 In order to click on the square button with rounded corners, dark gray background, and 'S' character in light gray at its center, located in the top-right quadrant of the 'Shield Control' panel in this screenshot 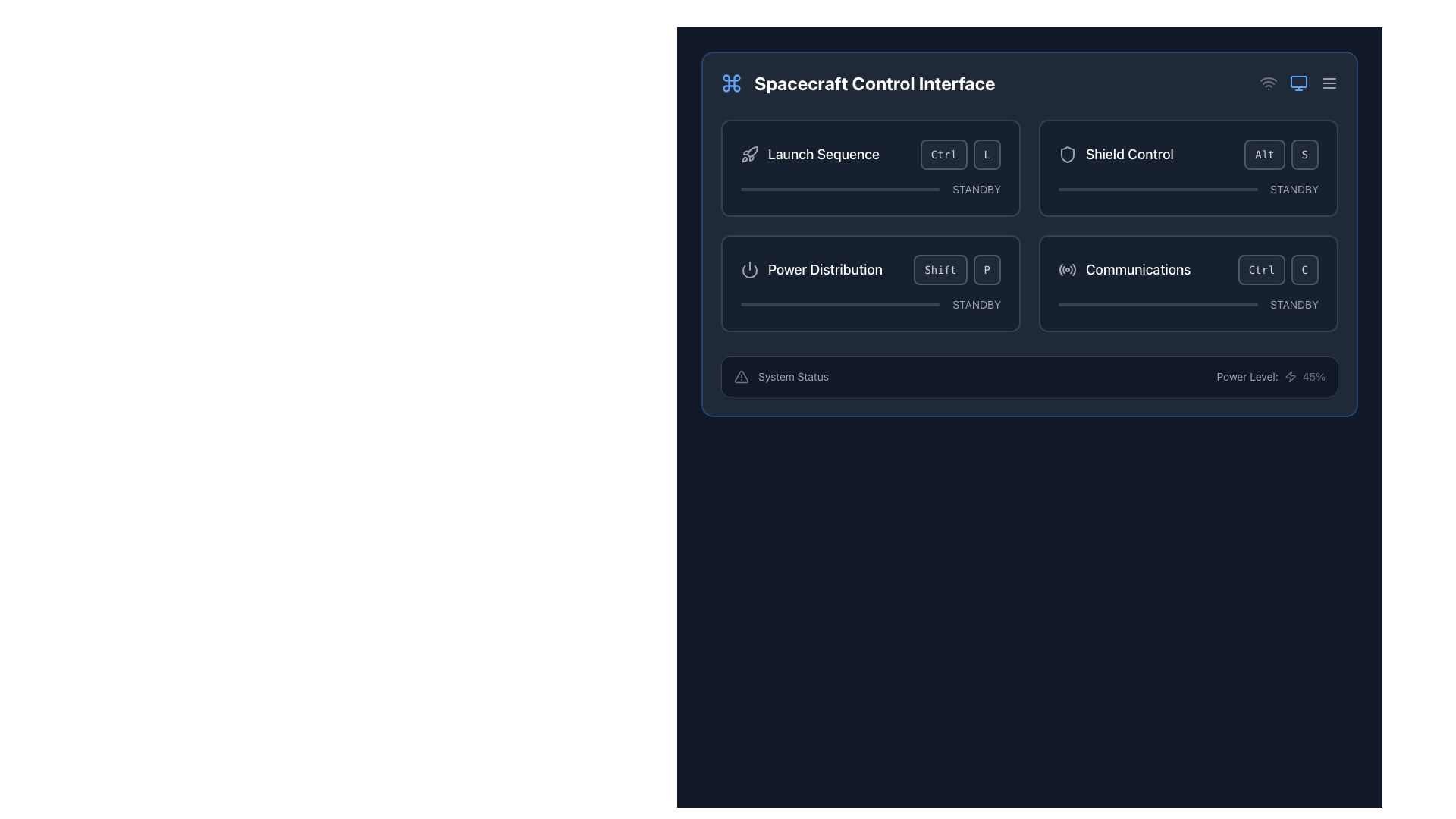, I will do `click(1304, 155)`.